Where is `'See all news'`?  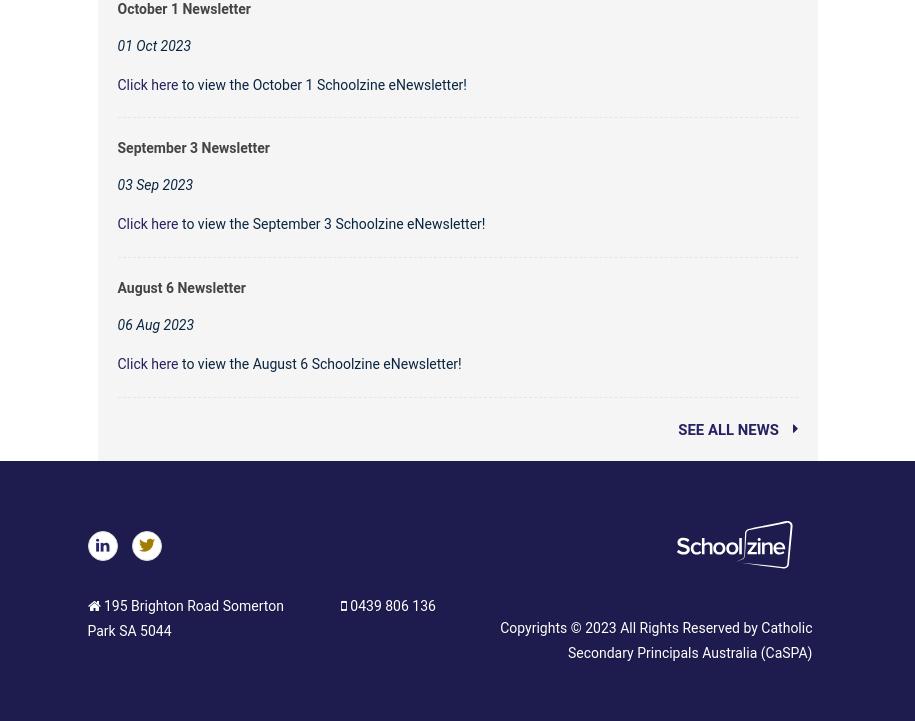 'See all news' is located at coordinates (729, 428).